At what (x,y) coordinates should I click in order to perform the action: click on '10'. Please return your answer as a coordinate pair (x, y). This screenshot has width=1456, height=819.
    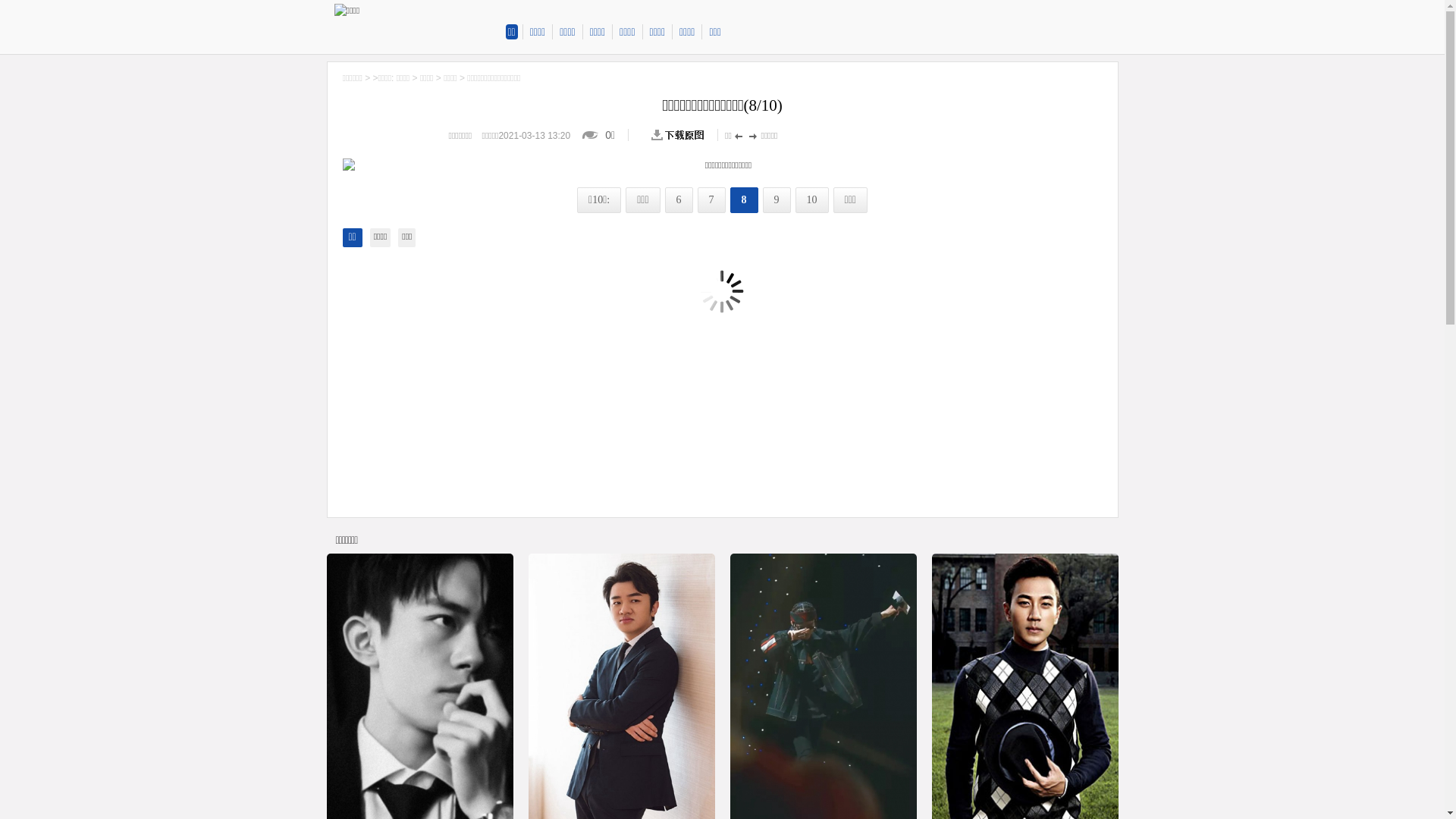
    Looking at the image, I should click on (811, 199).